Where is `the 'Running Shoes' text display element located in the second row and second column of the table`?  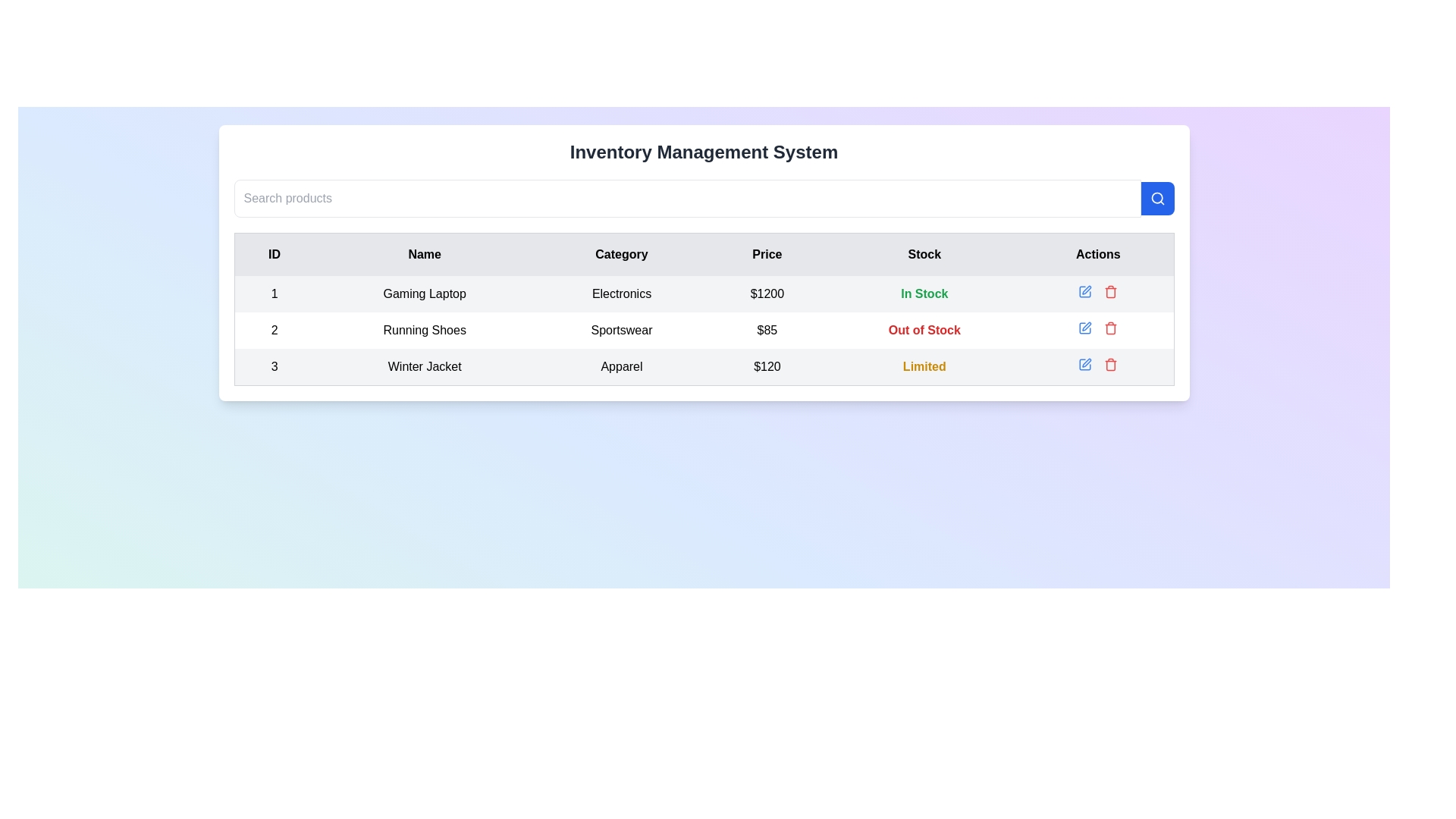
the 'Running Shoes' text display element located in the second row and second column of the table is located at coordinates (425, 329).